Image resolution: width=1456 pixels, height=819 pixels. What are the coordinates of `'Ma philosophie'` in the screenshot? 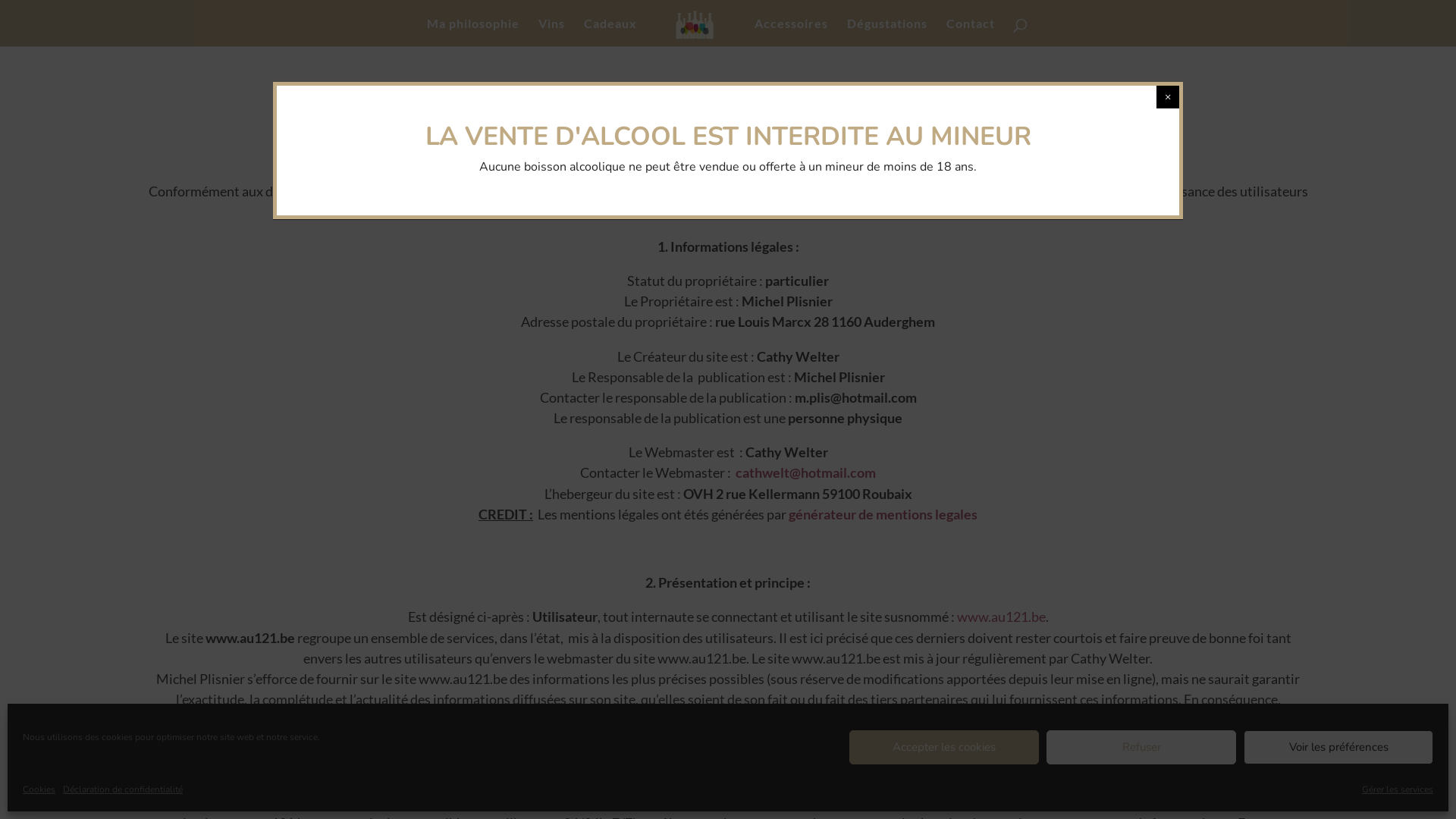 It's located at (472, 32).